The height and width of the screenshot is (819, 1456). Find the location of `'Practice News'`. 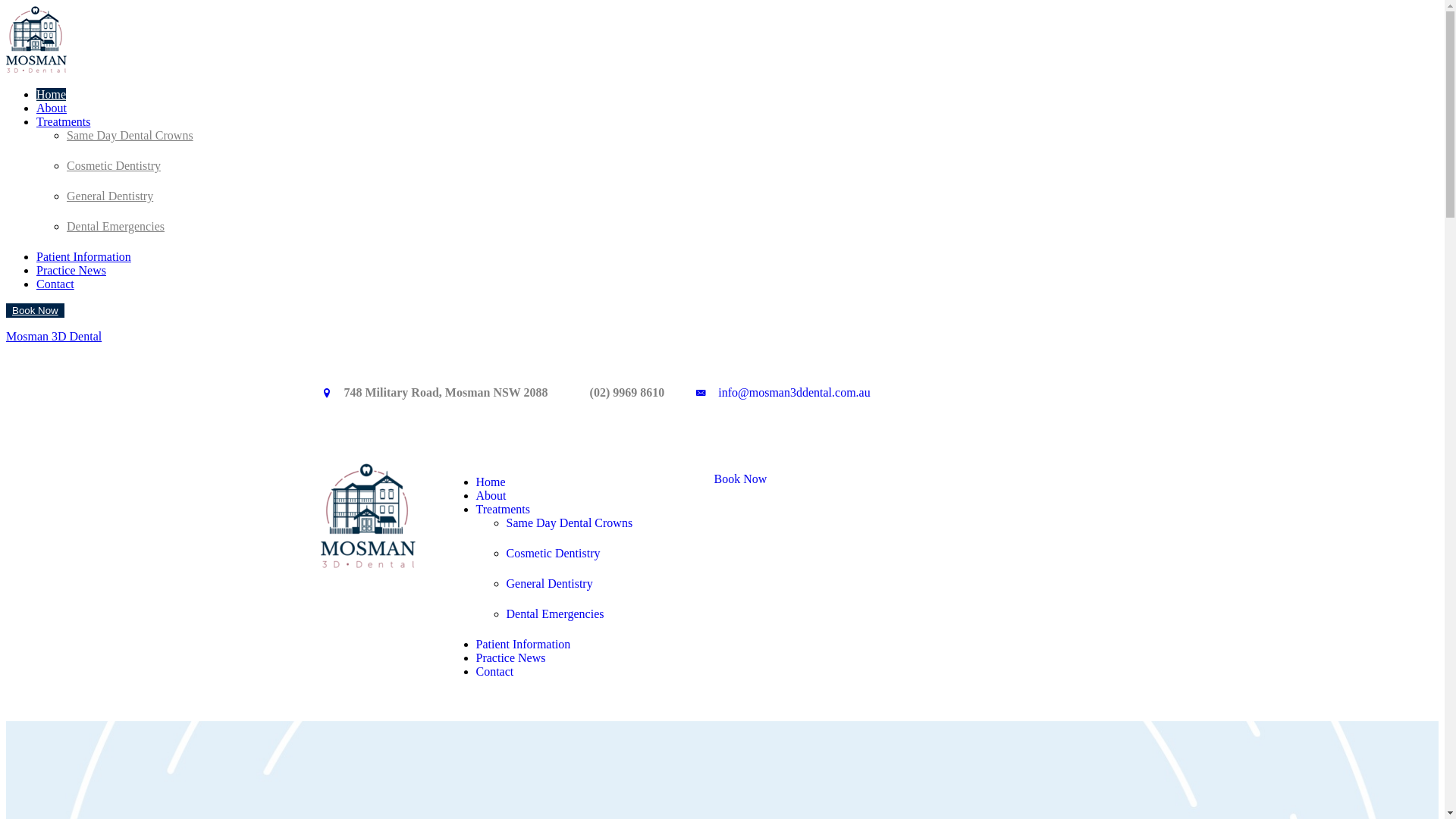

'Practice News' is located at coordinates (71, 269).